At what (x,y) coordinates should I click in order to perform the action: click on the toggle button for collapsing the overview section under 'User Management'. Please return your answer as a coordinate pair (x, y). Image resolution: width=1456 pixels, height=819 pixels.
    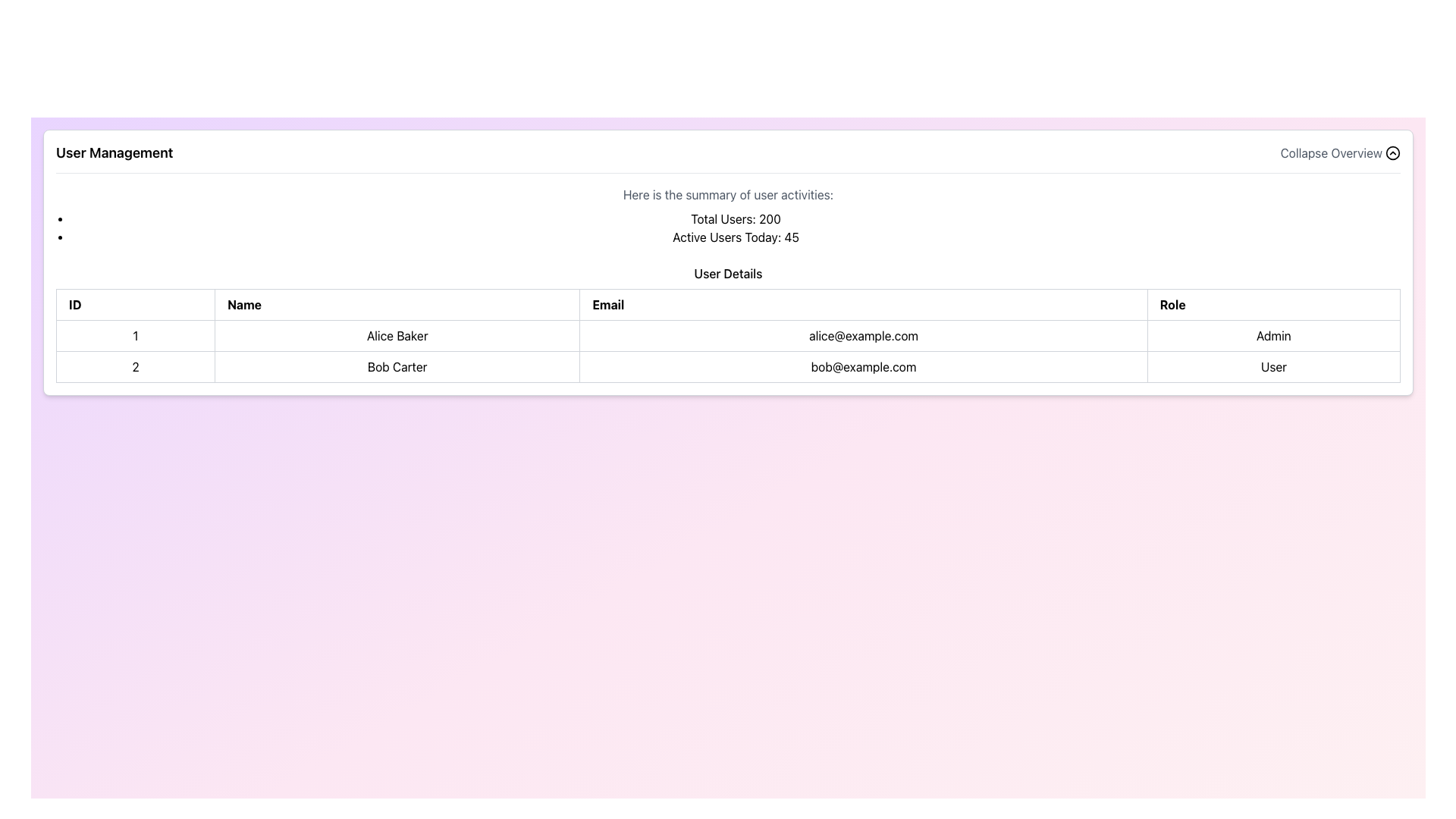
    Looking at the image, I should click on (1340, 152).